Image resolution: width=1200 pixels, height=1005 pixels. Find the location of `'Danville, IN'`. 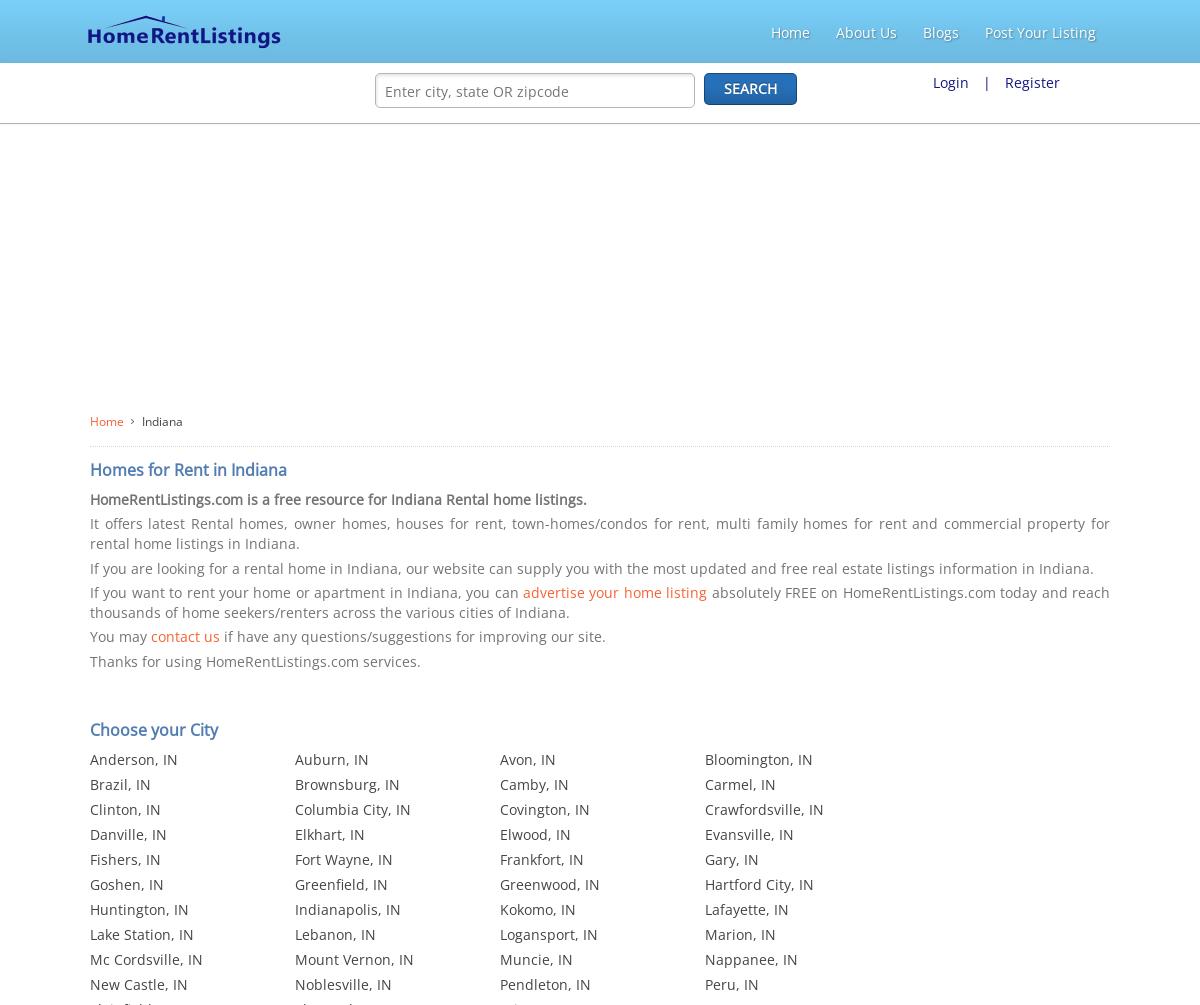

'Danville, IN' is located at coordinates (128, 834).